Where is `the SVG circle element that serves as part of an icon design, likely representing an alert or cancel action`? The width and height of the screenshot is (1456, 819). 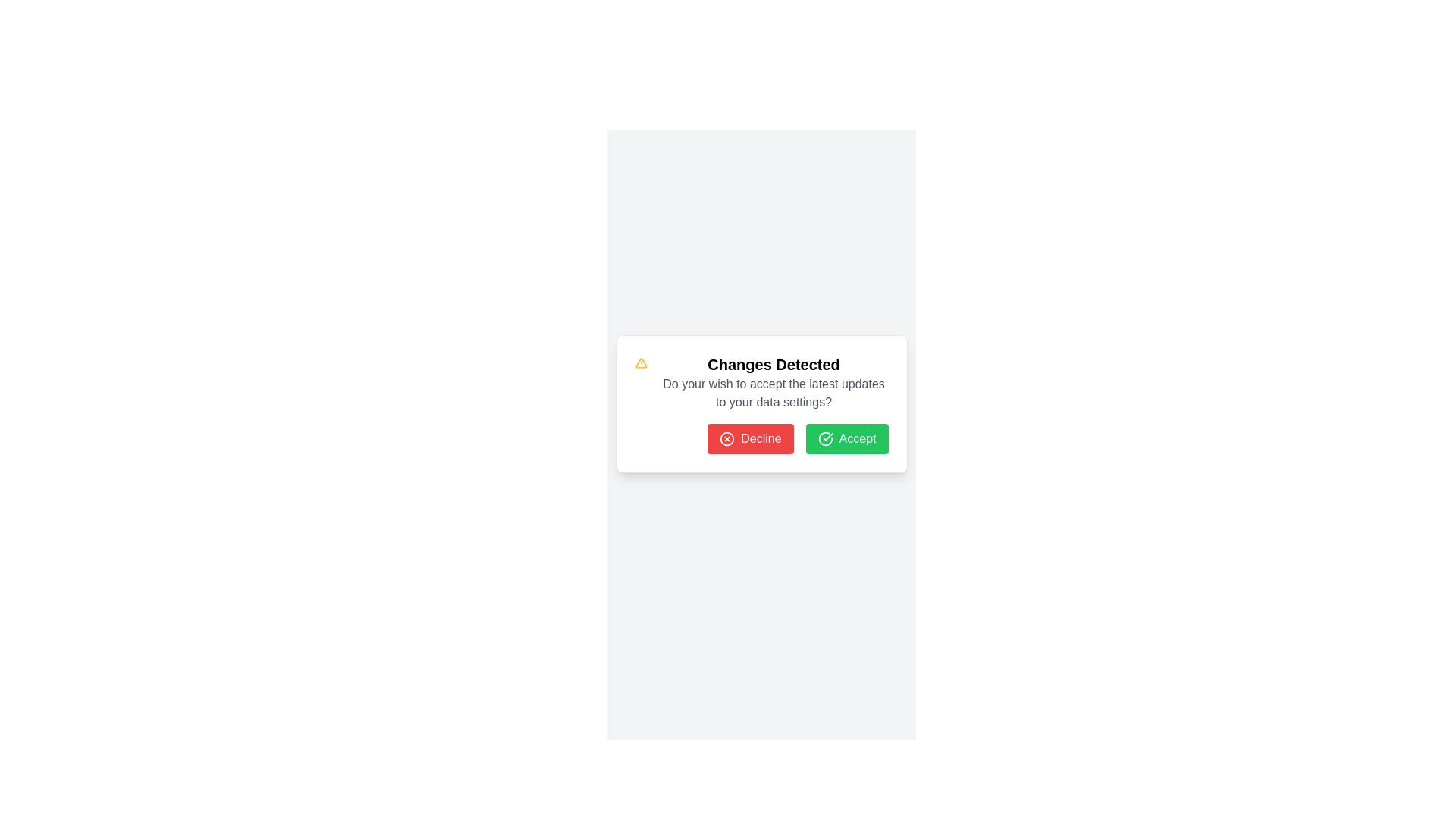 the SVG circle element that serves as part of an icon design, likely representing an alert or cancel action is located at coordinates (726, 438).